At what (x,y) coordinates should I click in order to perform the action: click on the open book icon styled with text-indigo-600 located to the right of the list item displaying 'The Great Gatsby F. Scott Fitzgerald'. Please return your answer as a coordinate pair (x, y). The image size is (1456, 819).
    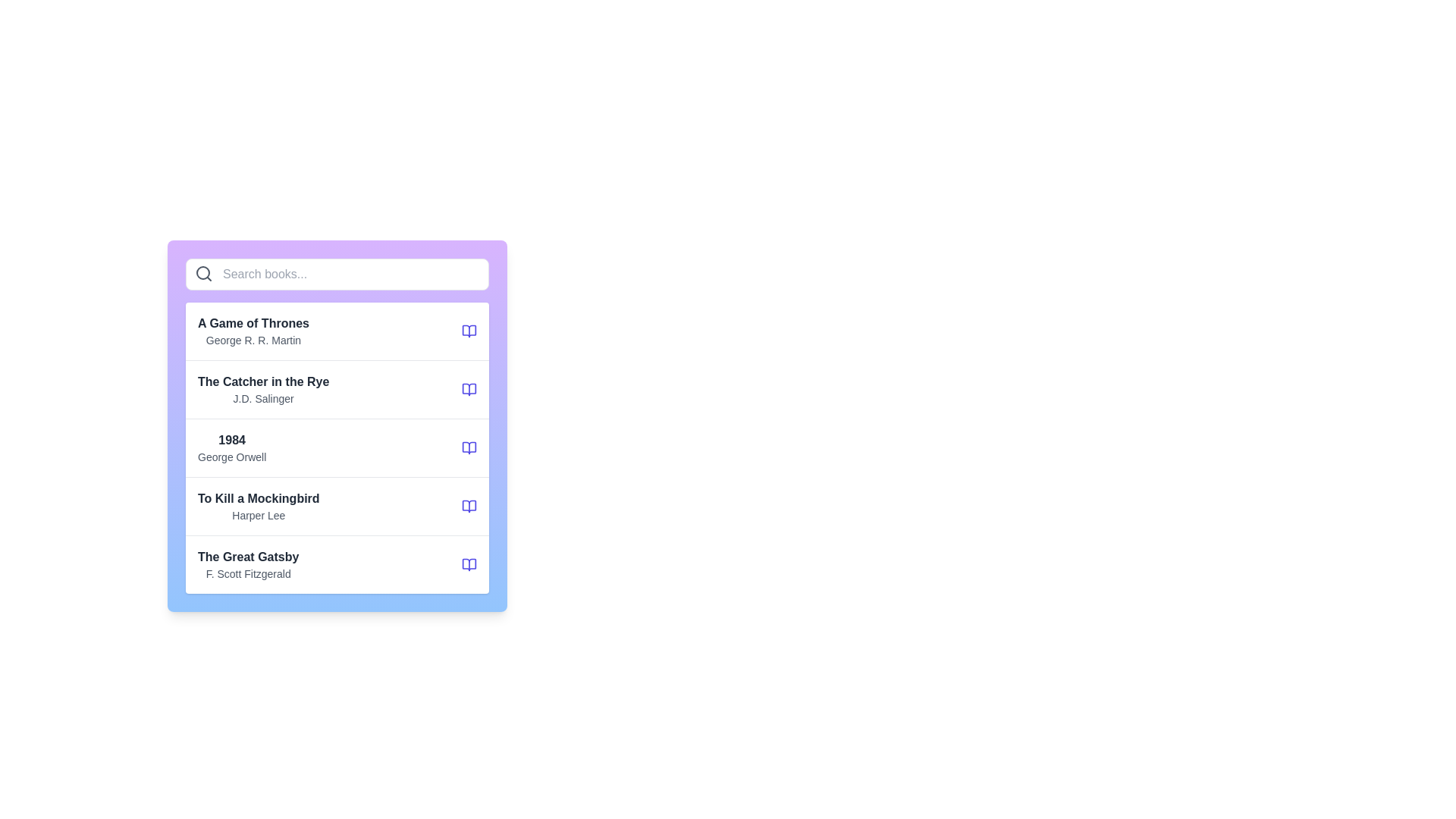
    Looking at the image, I should click on (469, 564).